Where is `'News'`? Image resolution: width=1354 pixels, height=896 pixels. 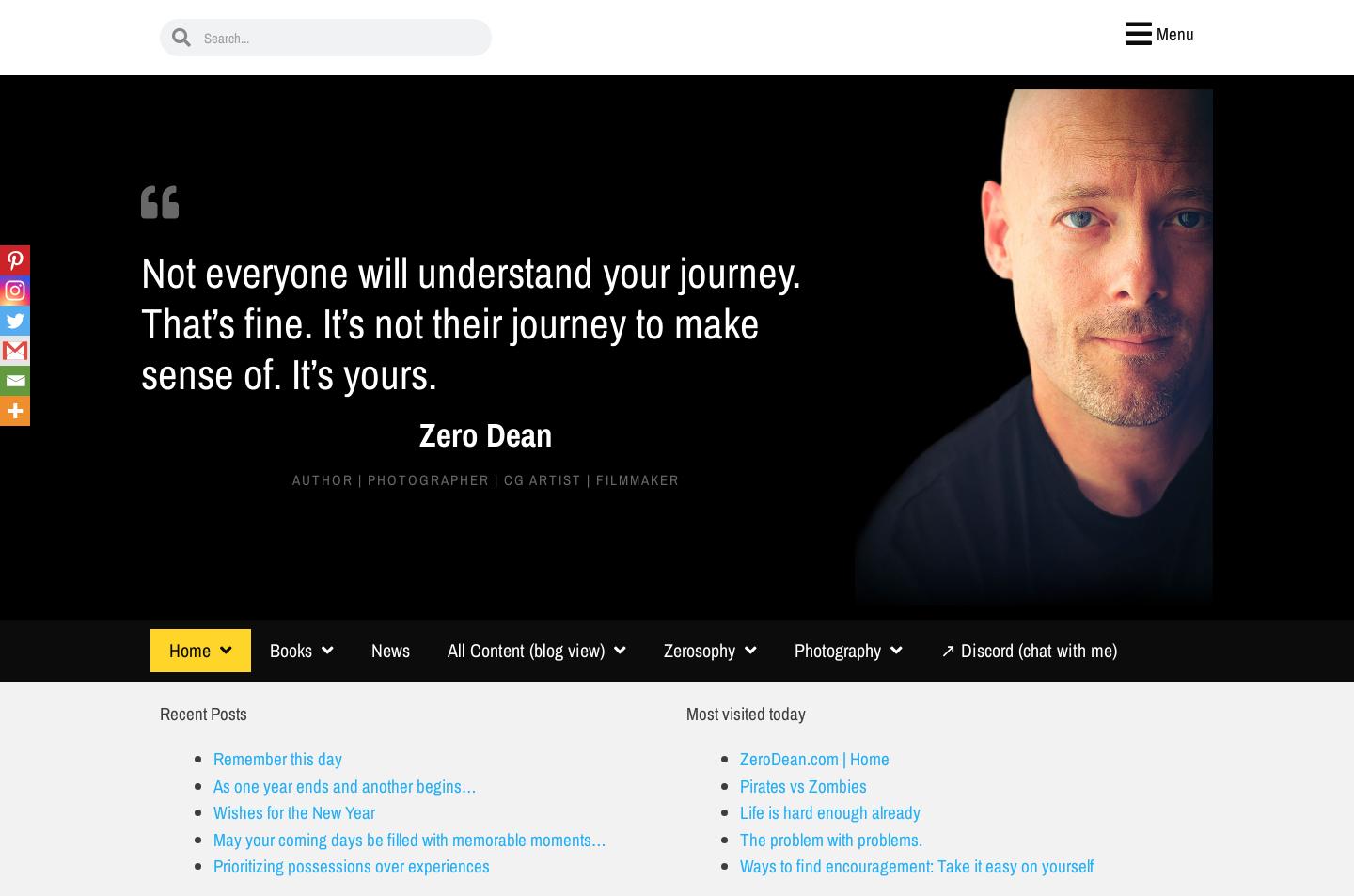 'News' is located at coordinates (389, 649).